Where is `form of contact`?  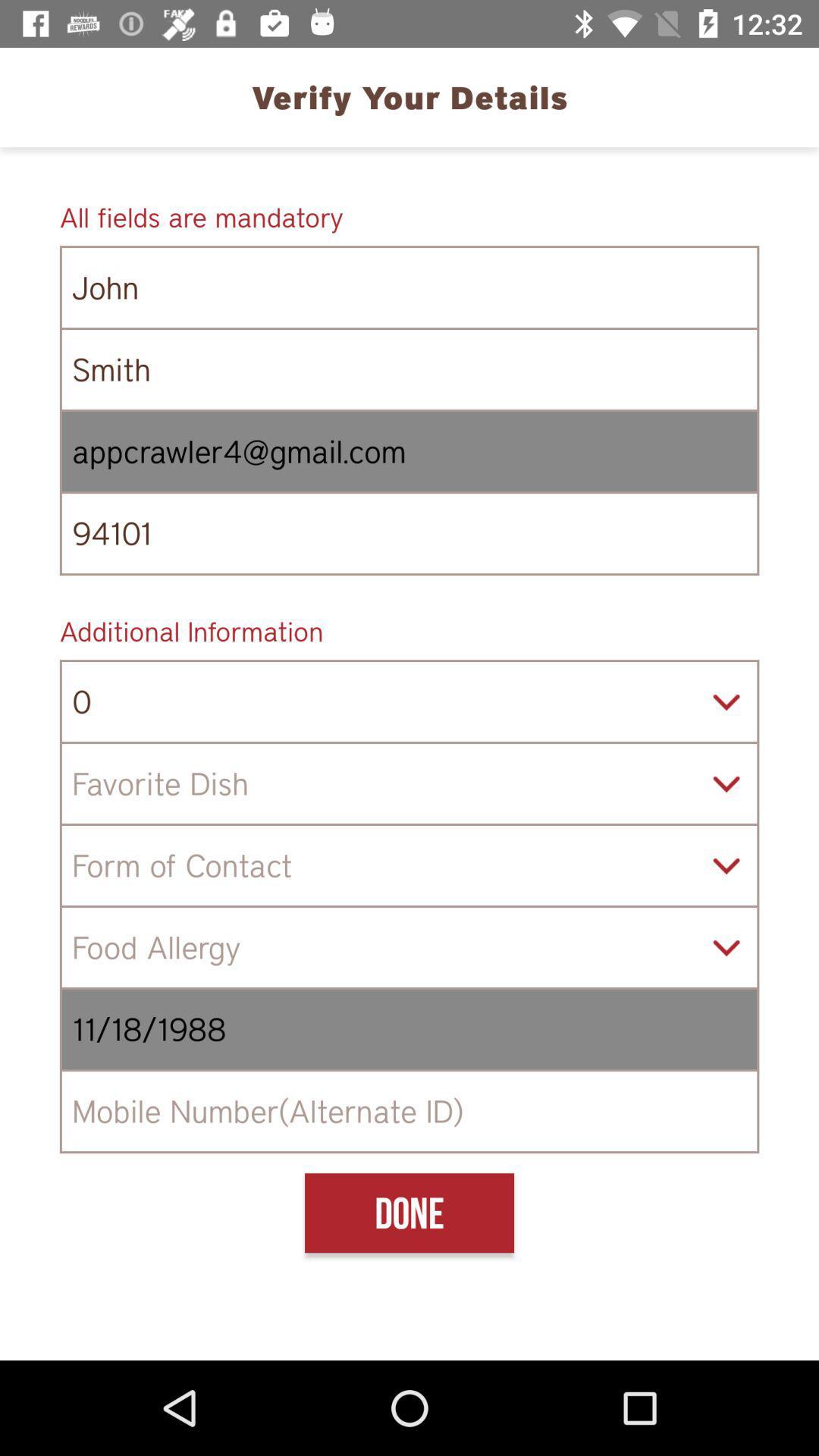
form of contact is located at coordinates (409, 865).